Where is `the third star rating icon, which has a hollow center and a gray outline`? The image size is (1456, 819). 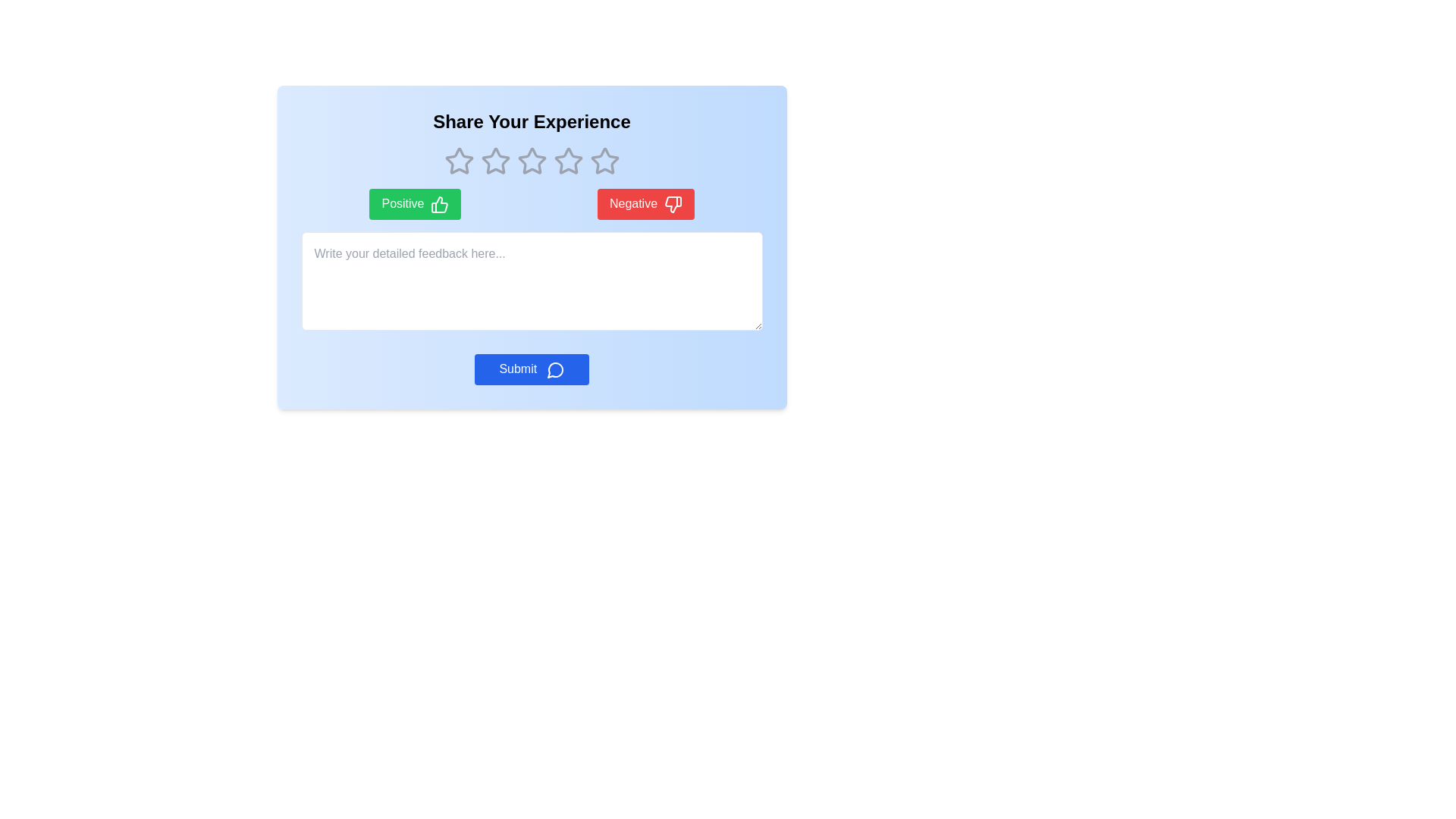 the third star rating icon, which has a hollow center and a gray outline is located at coordinates (567, 161).